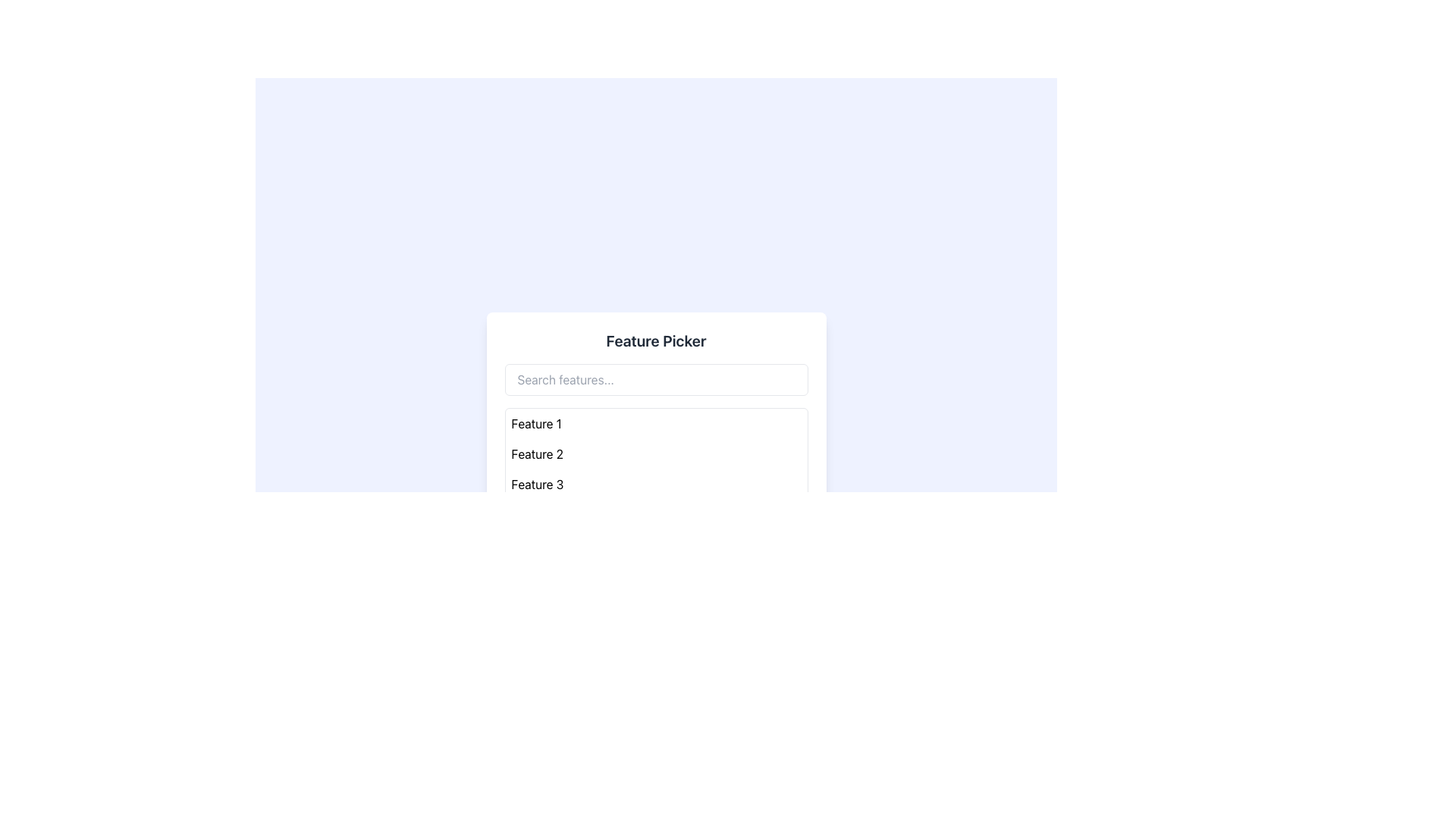 The image size is (1456, 819). I want to click on the list item displaying 'Feature 1', so click(536, 424).